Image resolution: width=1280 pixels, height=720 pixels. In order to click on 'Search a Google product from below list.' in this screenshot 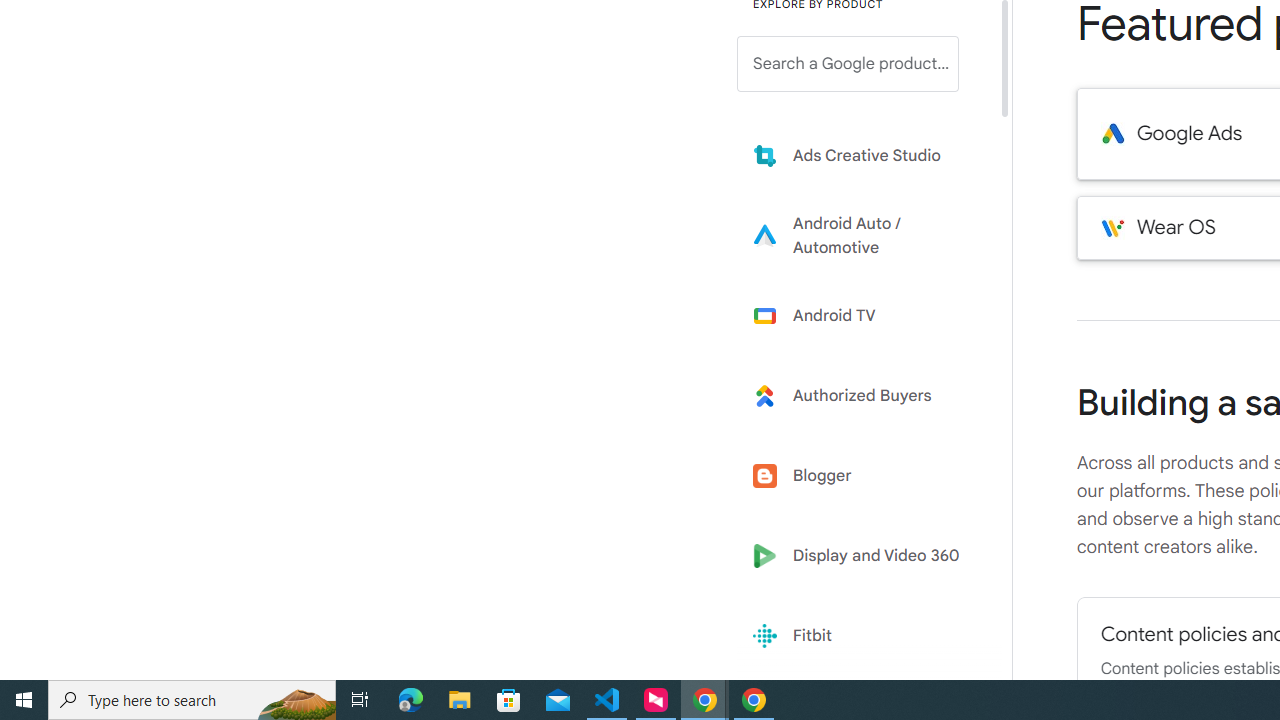, I will do `click(848, 63)`.